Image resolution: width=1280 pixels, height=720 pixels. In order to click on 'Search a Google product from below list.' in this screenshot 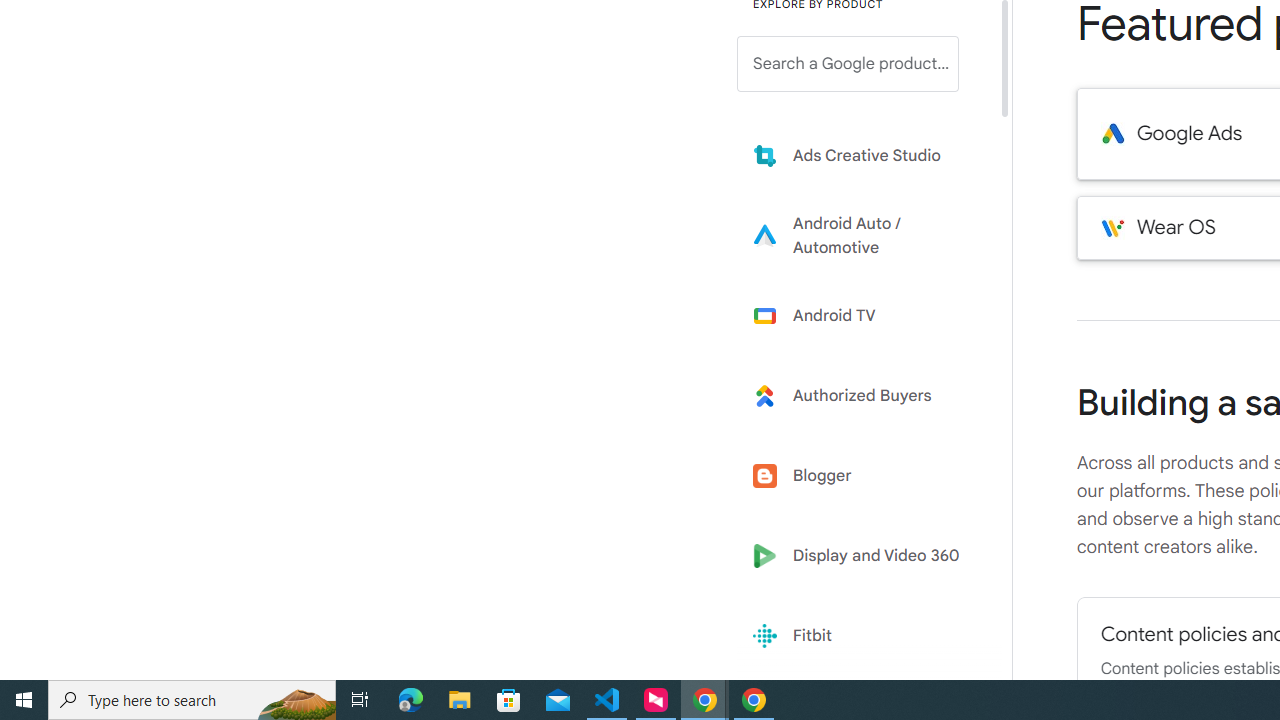, I will do `click(848, 63)`.